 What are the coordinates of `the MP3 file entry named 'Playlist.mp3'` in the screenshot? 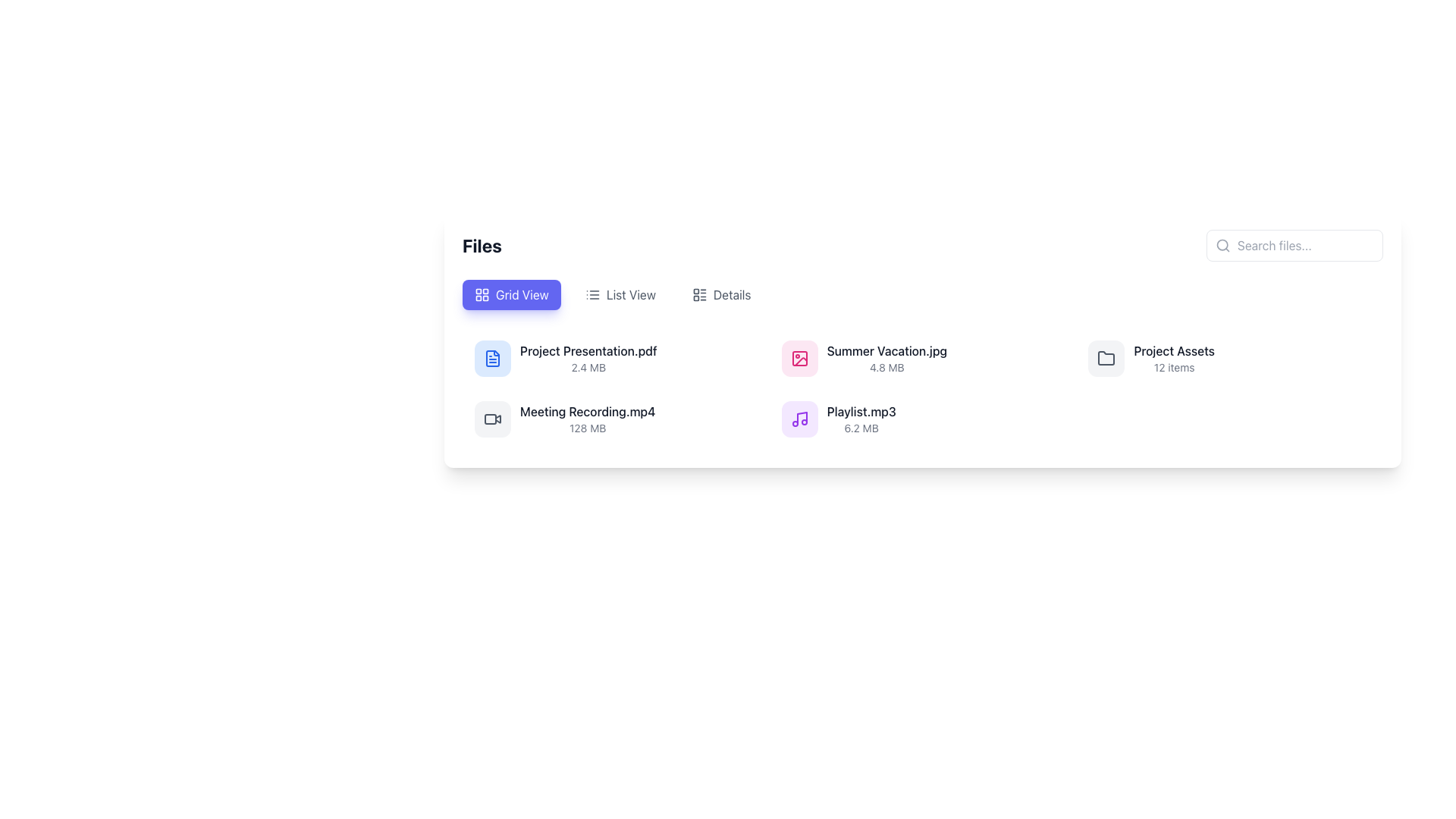 It's located at (921, 419).